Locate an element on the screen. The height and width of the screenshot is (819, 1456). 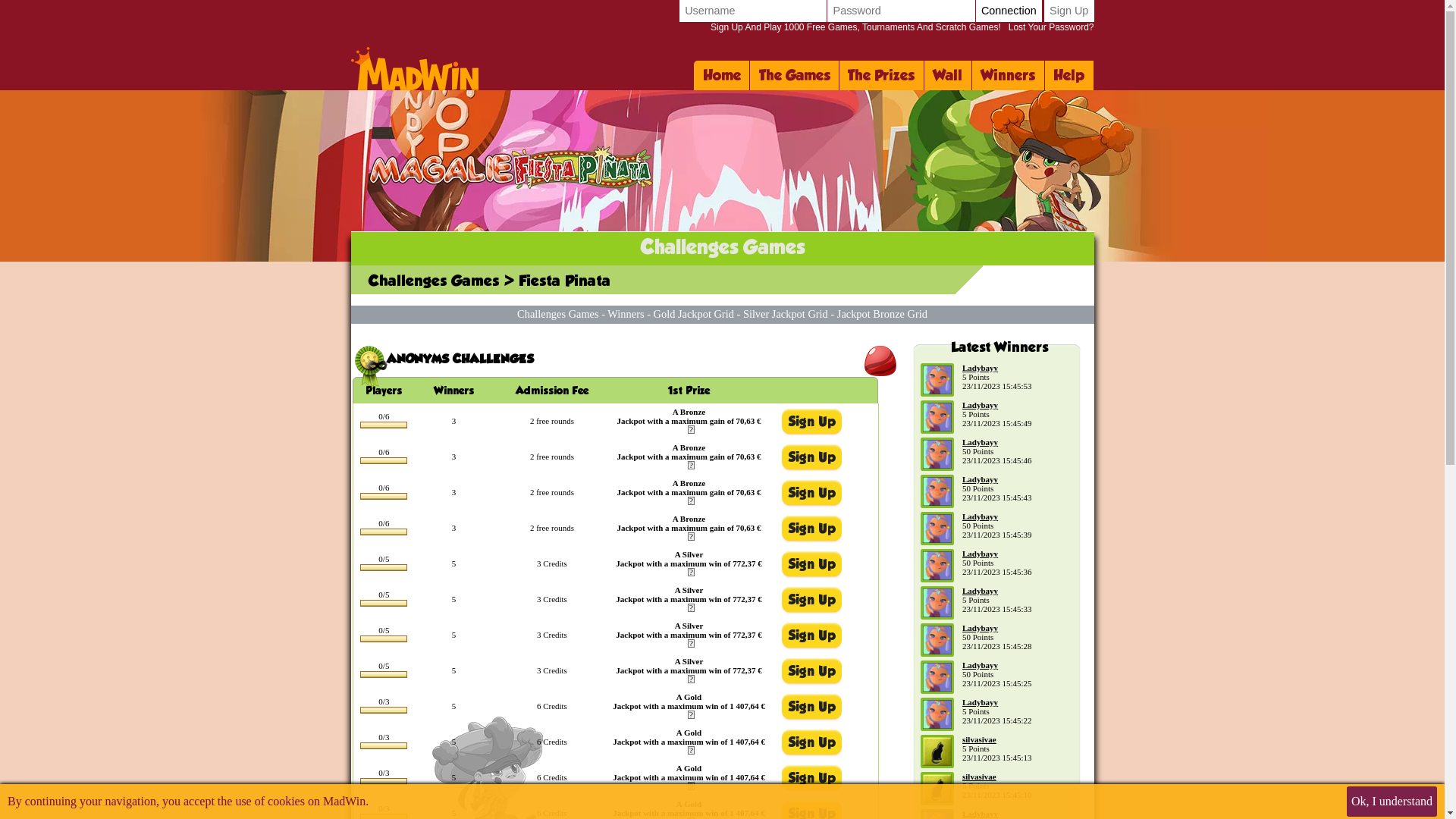
'Ladybayy' is located at coordinates (961, 403).